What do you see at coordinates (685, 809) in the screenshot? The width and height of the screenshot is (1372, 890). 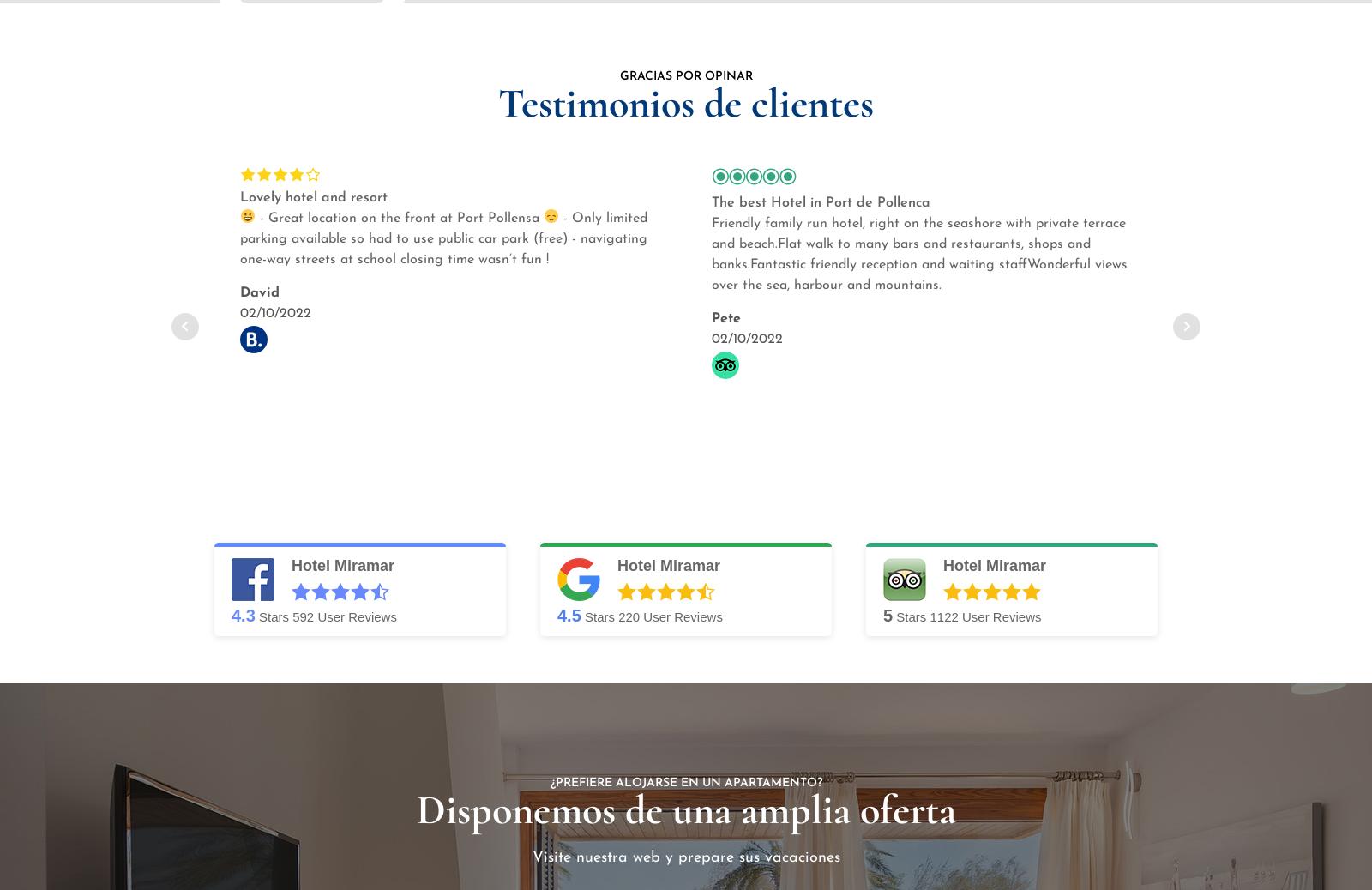 I see `'Disponemos de una amplia oferta'` at bounding box center [685, 809].